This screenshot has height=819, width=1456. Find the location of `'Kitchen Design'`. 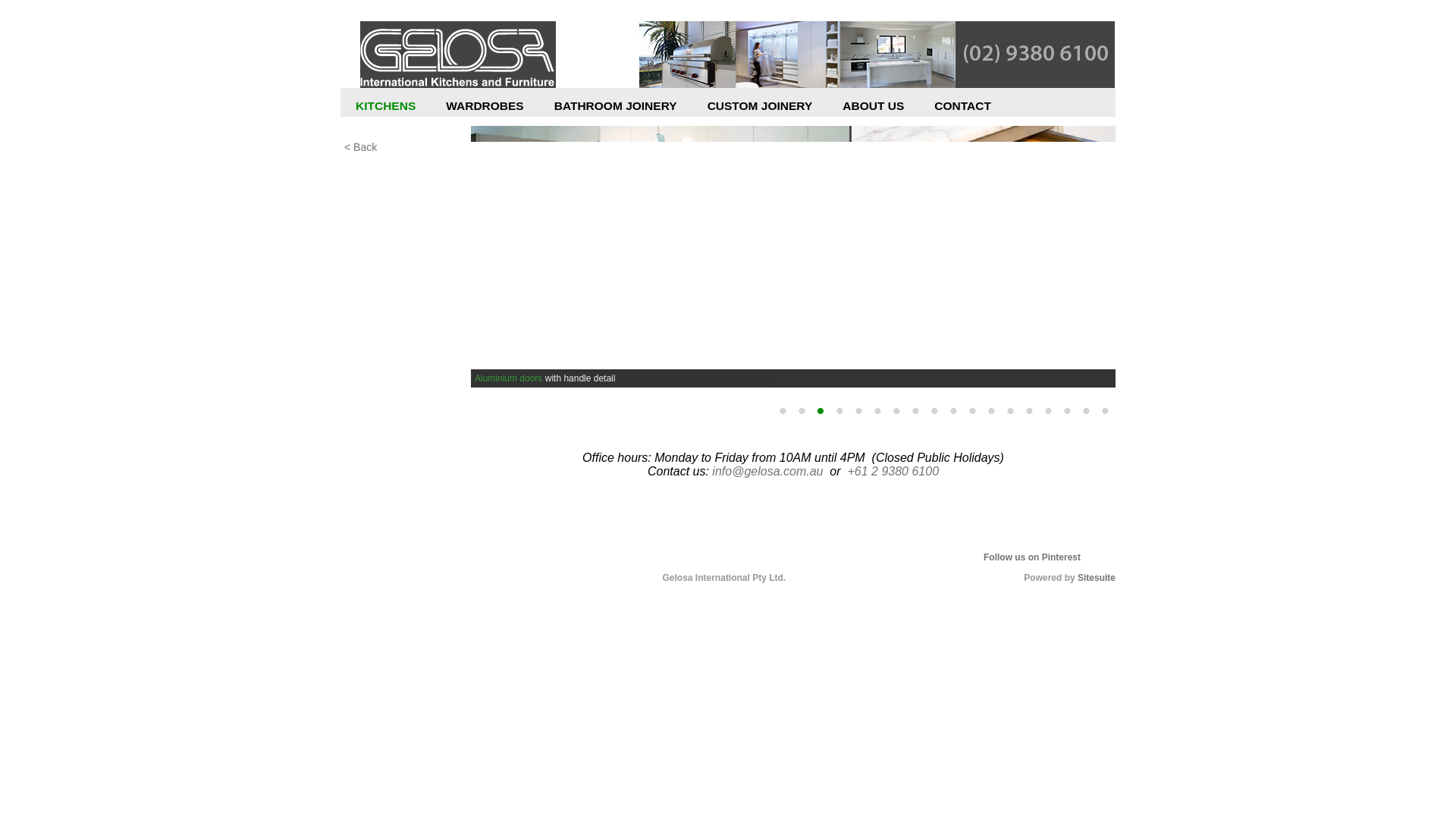

'Kitchen Design' is located at coordinates (404, 165).